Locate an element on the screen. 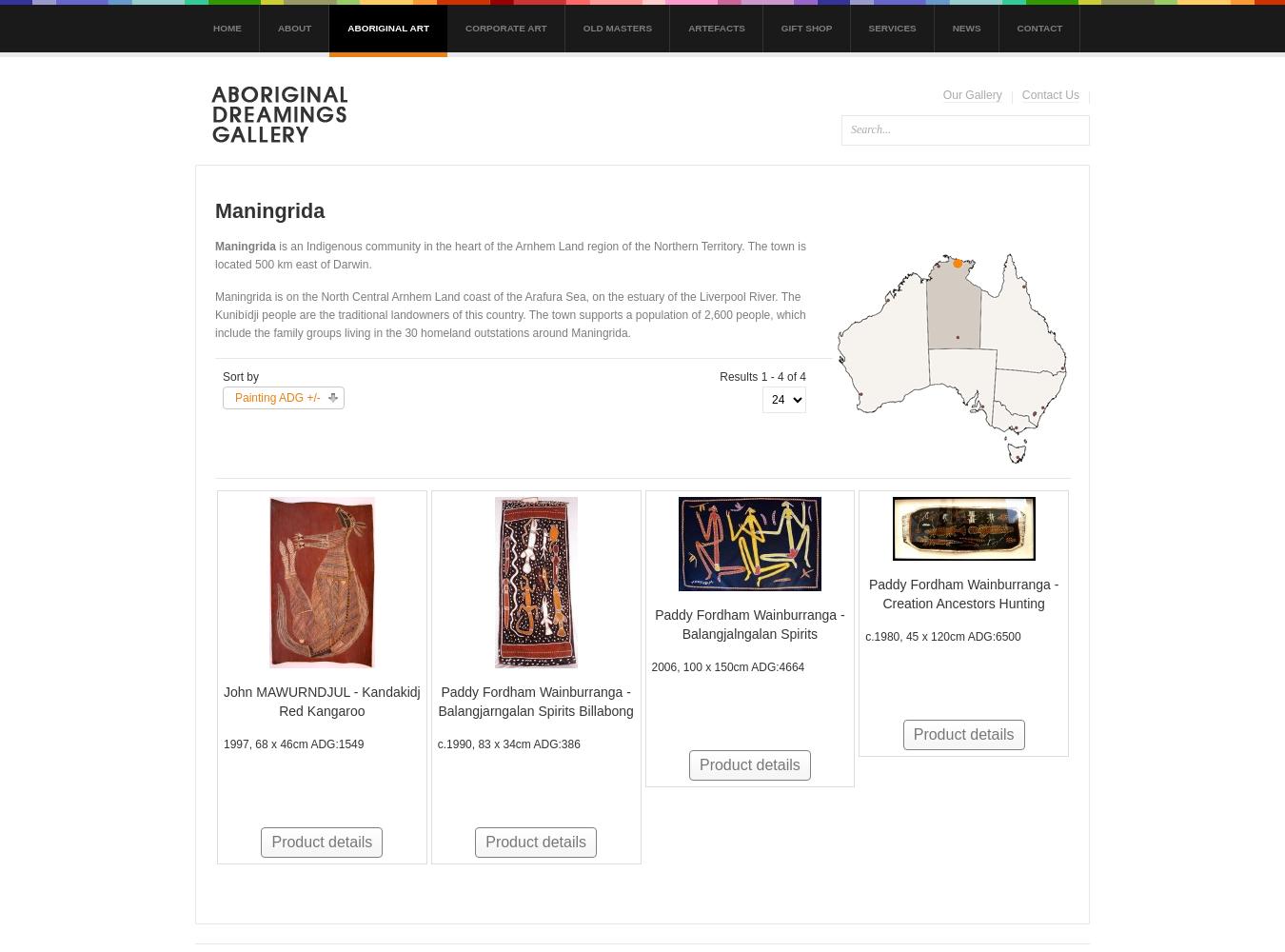 This screenshot has width=1285, height=952. '2006, 100 x 150cm ADG:4664' is located at coordinates (726, 665).